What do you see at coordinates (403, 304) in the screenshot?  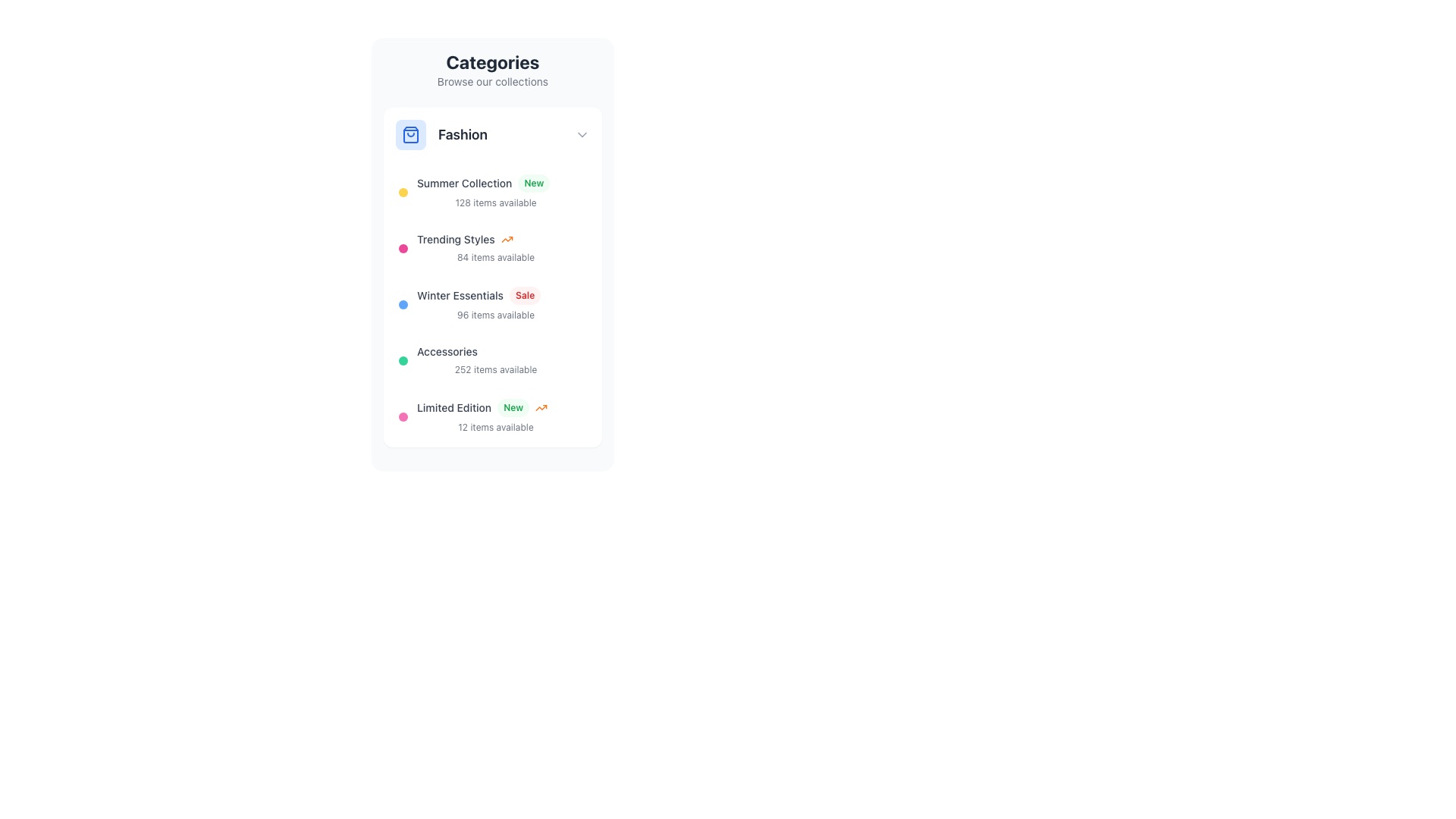 I see `the small, circular blue icon that precedes the text 'Winter Essentials Sale 96 items available' in the vertical list` at bounding box center [403, 304].